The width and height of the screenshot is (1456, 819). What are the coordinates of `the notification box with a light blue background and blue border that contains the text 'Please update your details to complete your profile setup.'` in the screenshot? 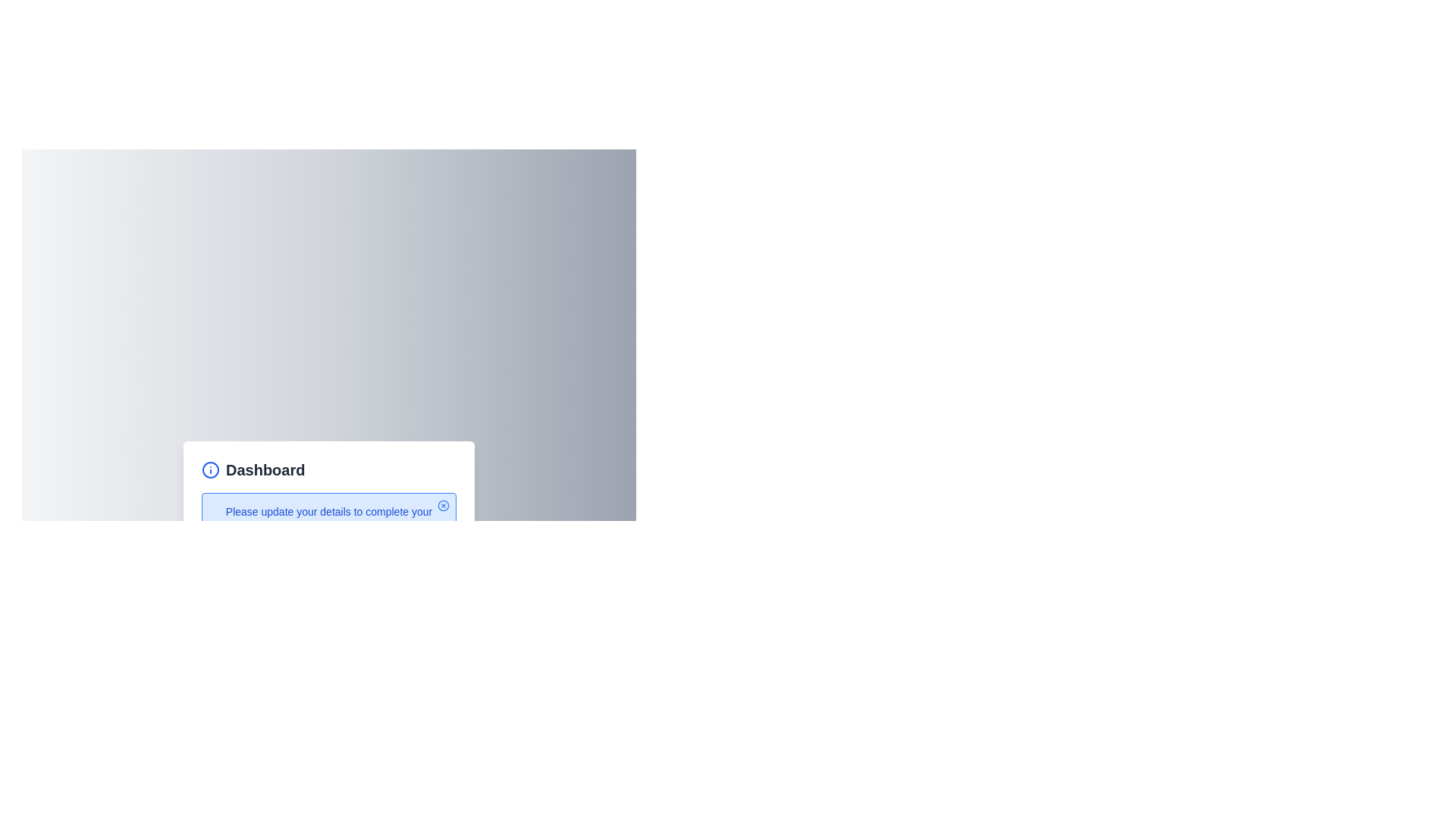 It's located at (328, 519).